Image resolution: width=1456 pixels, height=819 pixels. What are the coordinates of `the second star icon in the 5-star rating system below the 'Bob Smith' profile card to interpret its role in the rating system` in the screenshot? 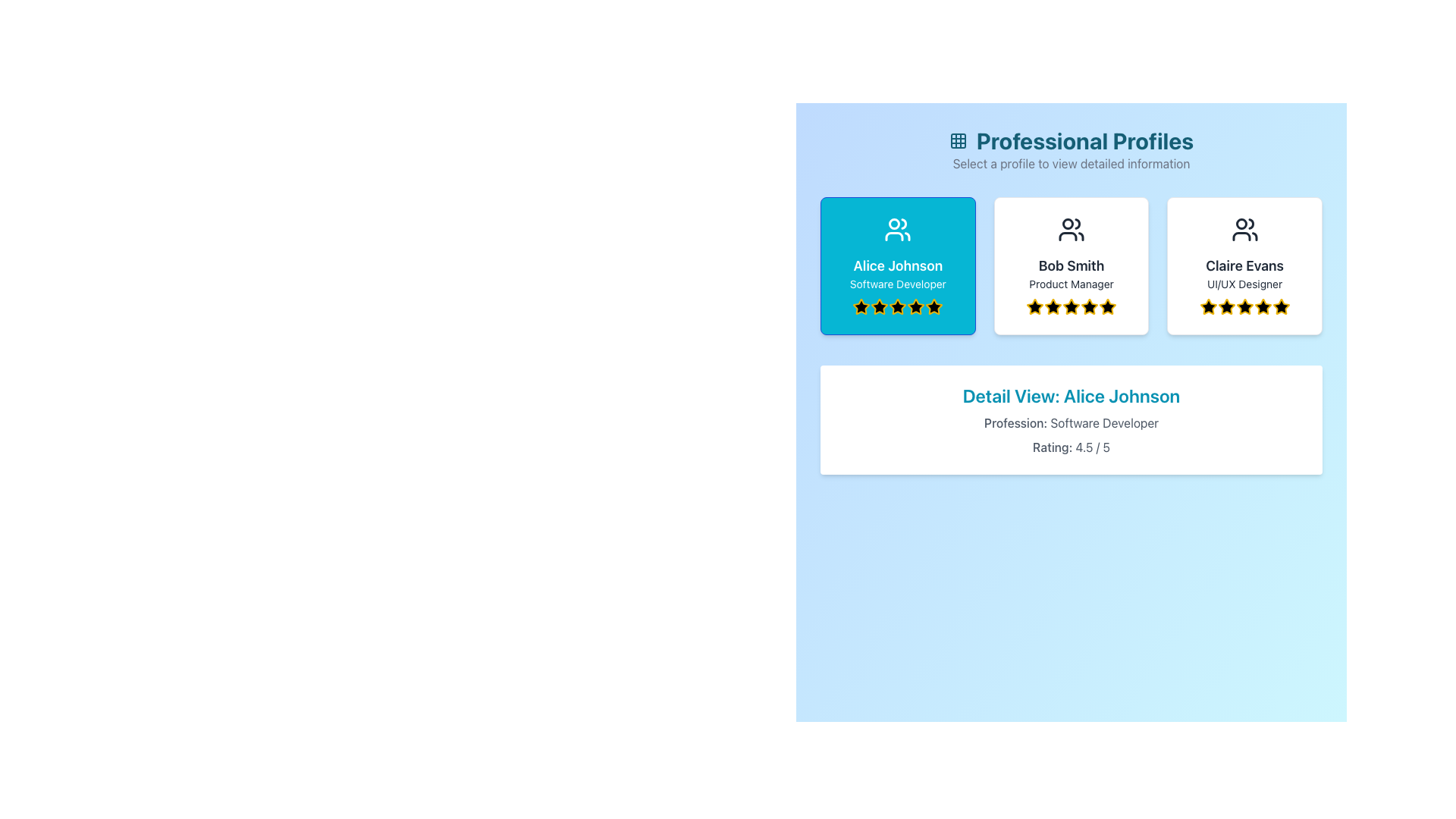 It's located at (1034, 307).